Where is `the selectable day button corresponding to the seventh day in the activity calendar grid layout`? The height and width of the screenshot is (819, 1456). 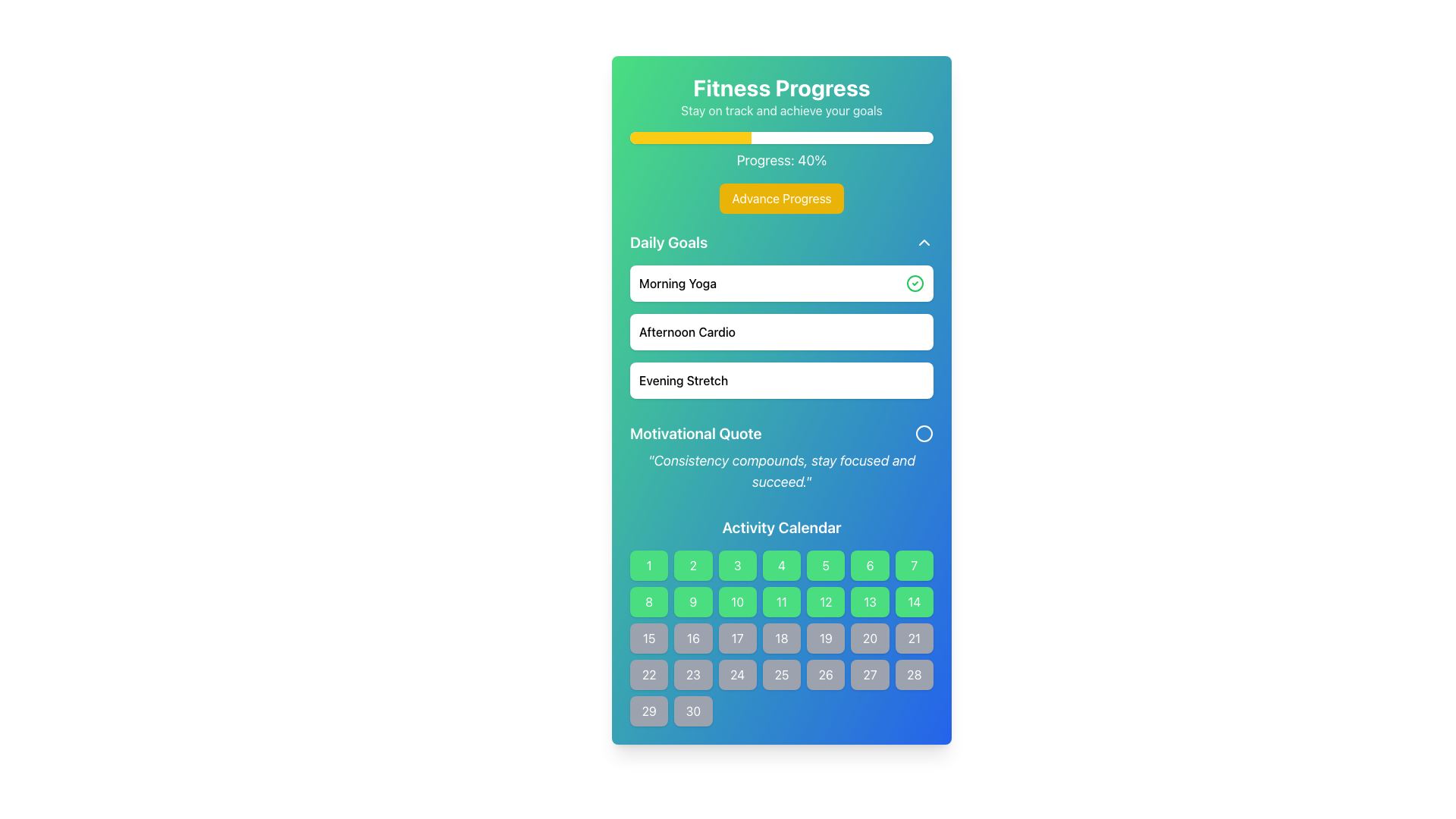 the selectable day button corresponding to the seventh day in the activity calendar grid layout is located at coordinates (913, 565).